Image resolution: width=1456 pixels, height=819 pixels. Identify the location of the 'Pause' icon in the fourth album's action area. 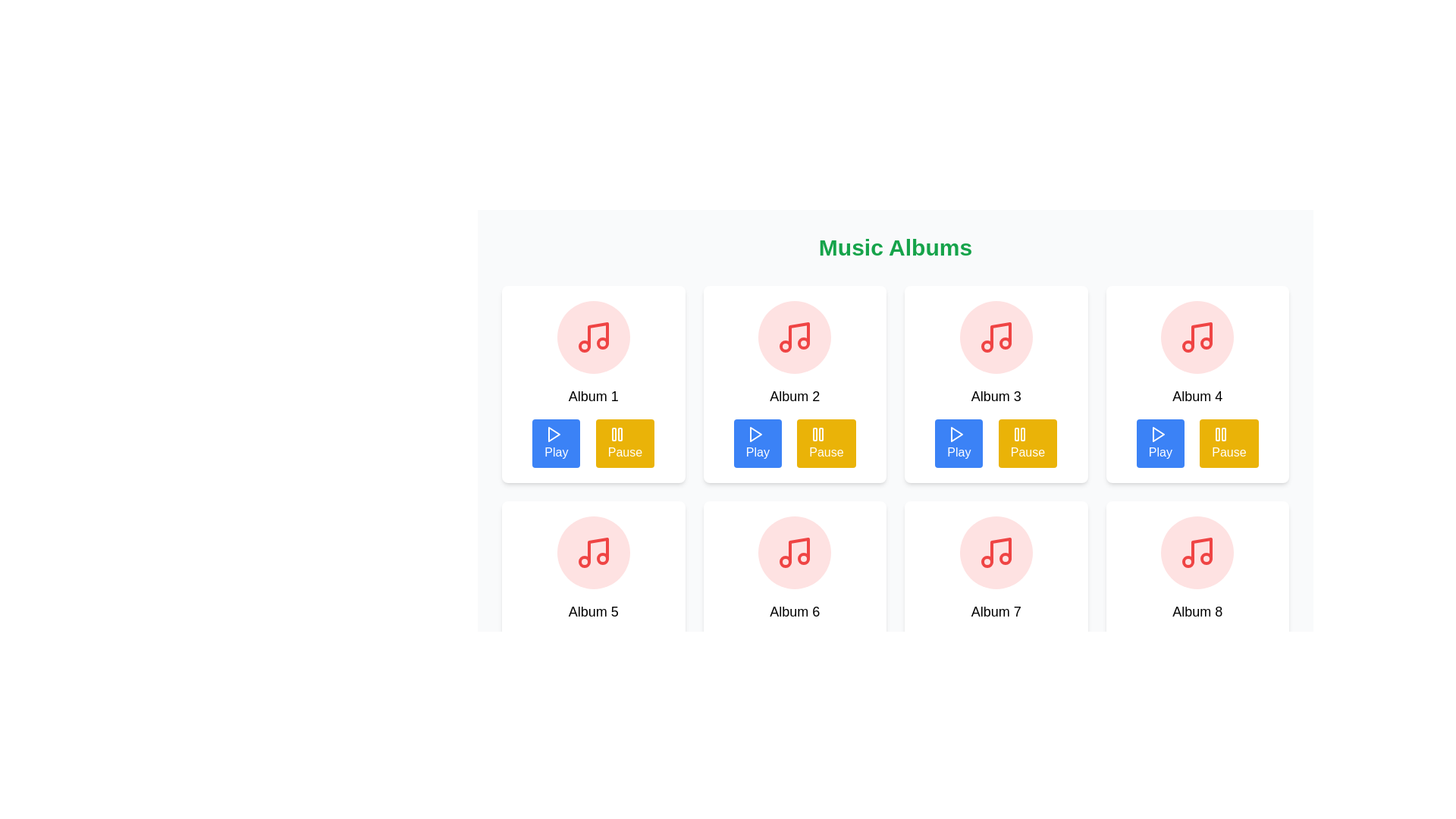
(1221, 435).